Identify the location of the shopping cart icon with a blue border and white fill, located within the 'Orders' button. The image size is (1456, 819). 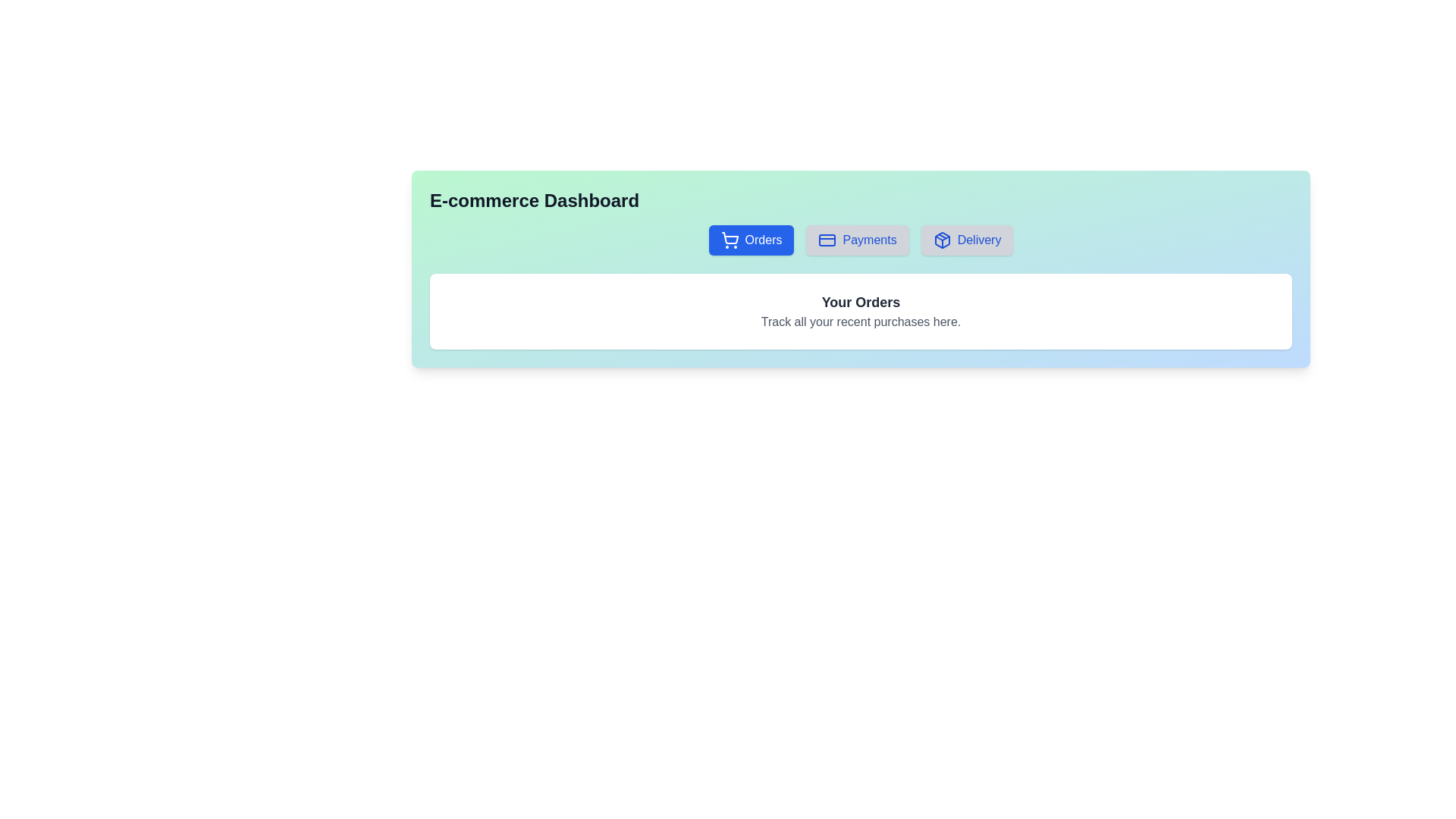
(730, 239).